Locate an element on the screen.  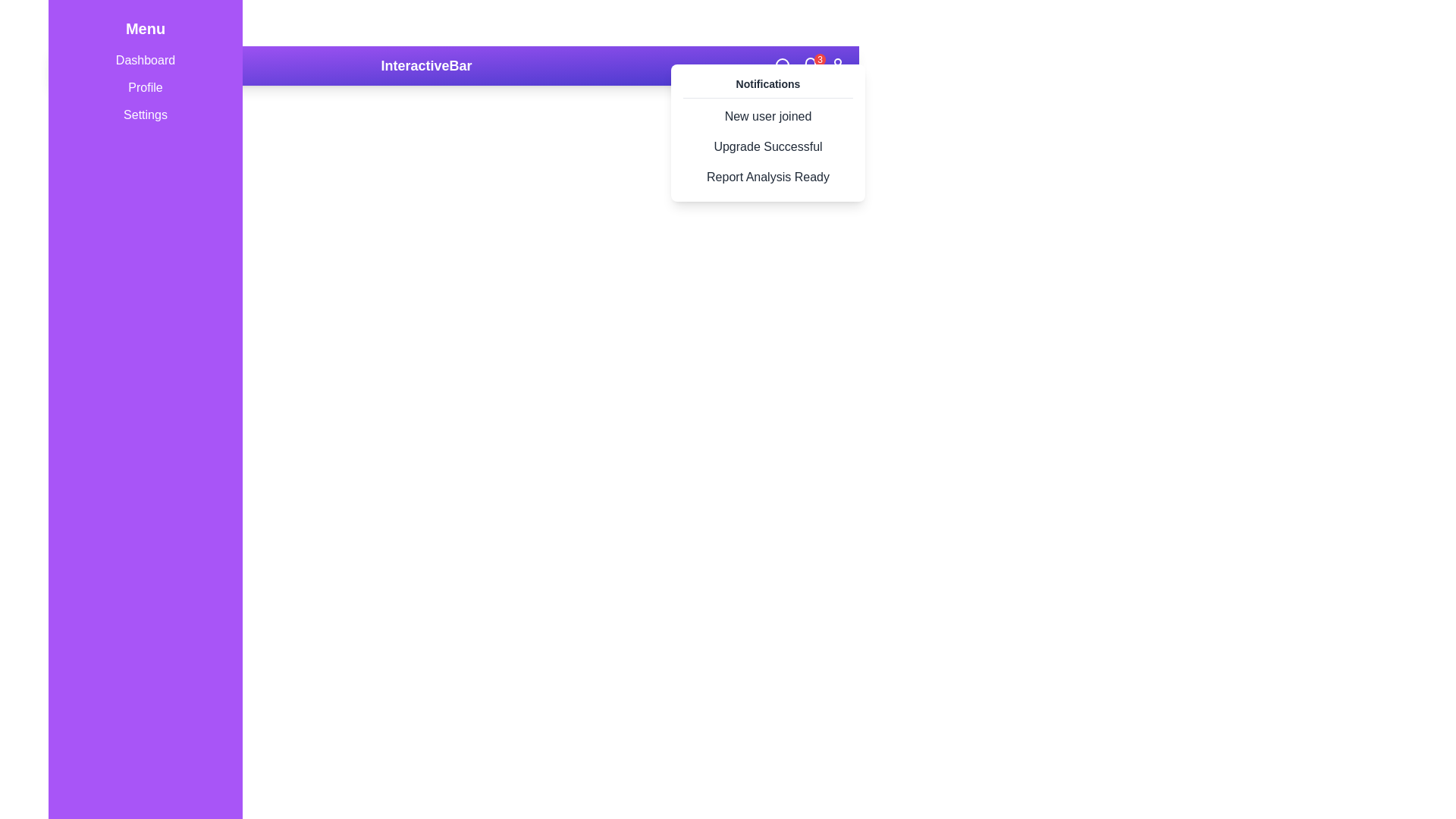
the vector graphic within the notification icon located in the top navigation bar on the right side, specifically the inner graphical element of the bell icon is located at coordinates (810, 63).